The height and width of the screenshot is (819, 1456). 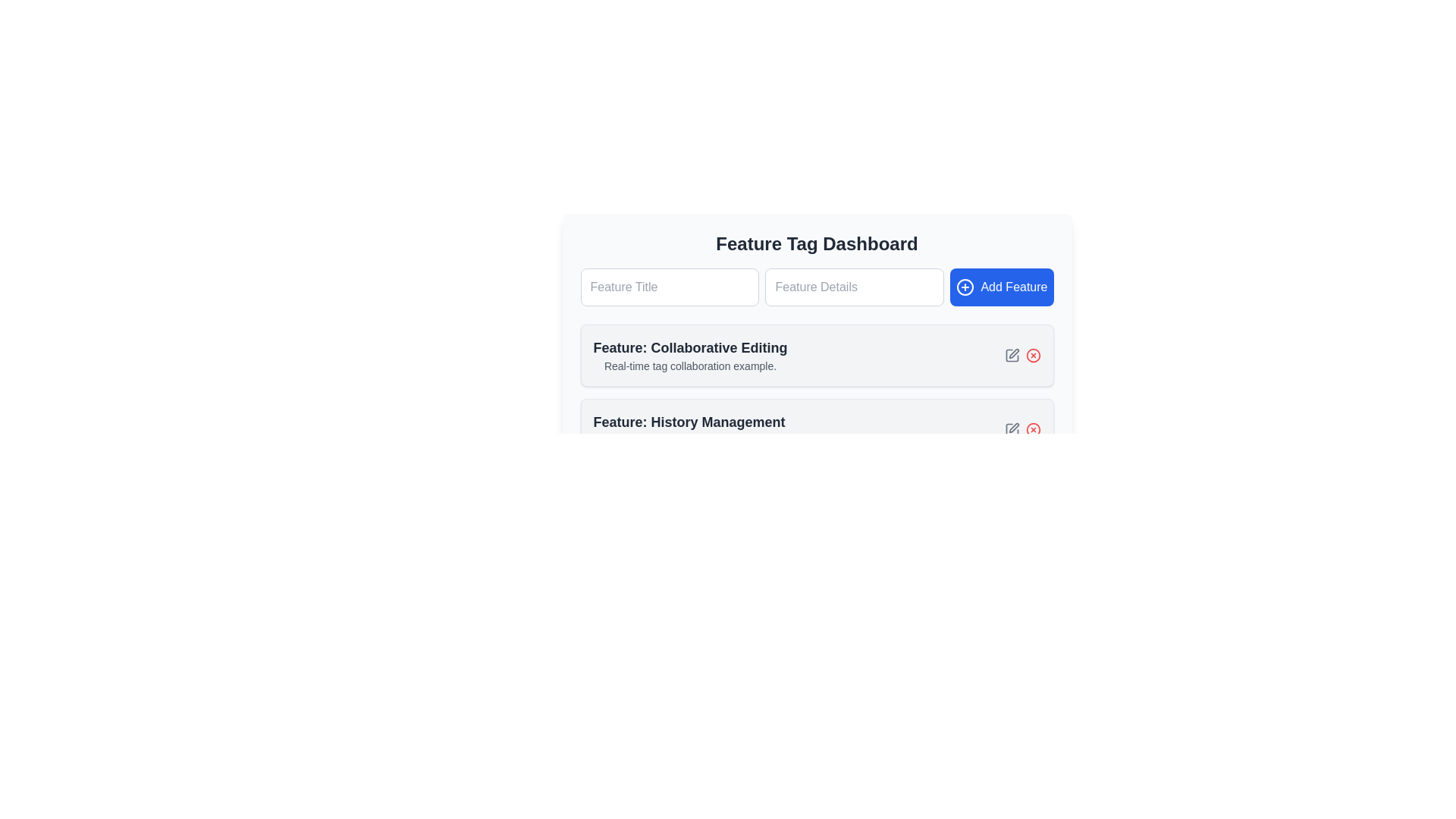 I want to click on the text block containing the title 'Feature: Collaborative Editing' and the subtitle 'Real-time tag collaboration example' located near the top-middle section of the interface, so click(x=689, y=356).